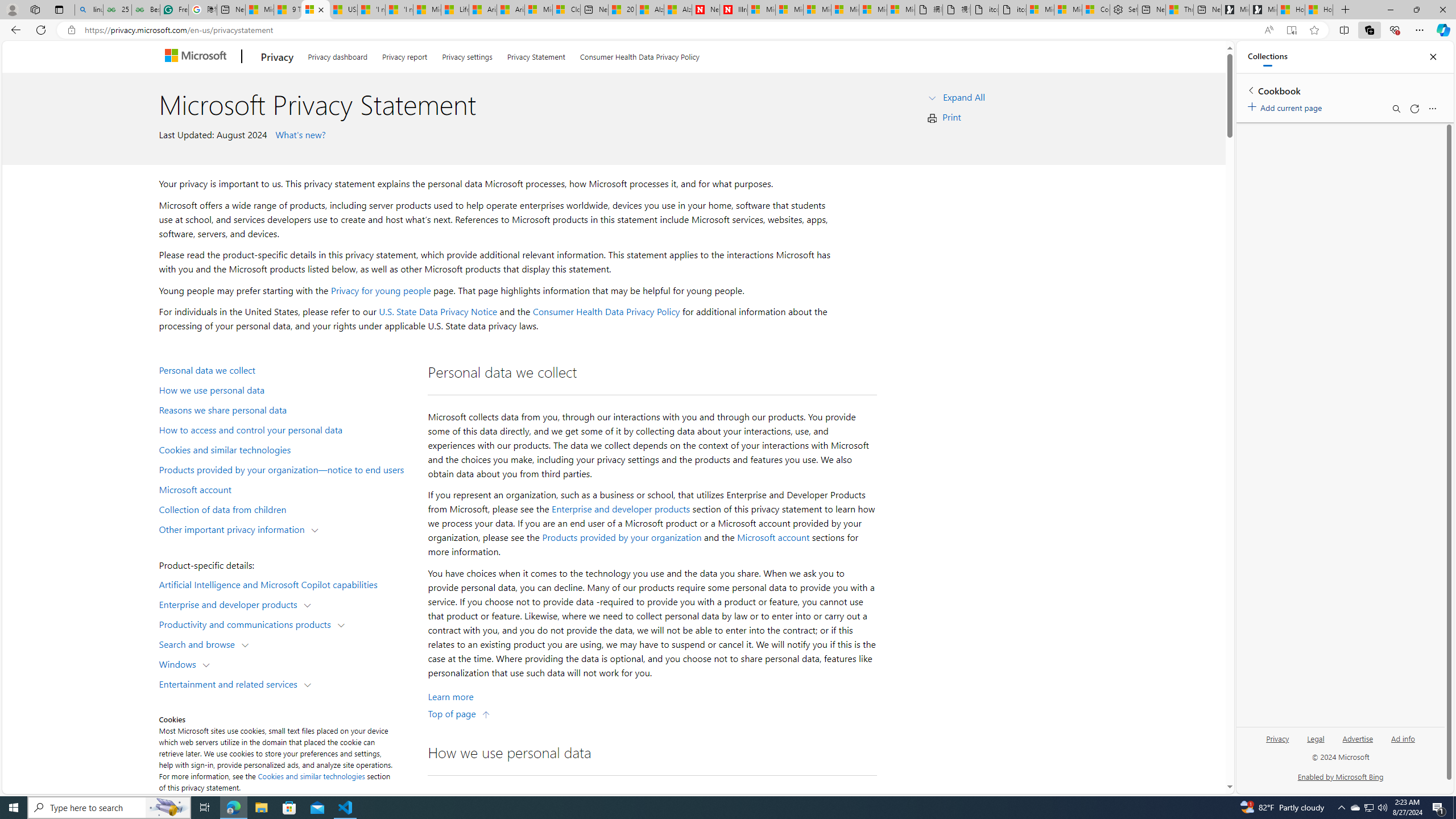 This screenshot has width=1456, height=819. I want to click on 'Entertainment and related services', so click(230, 682).